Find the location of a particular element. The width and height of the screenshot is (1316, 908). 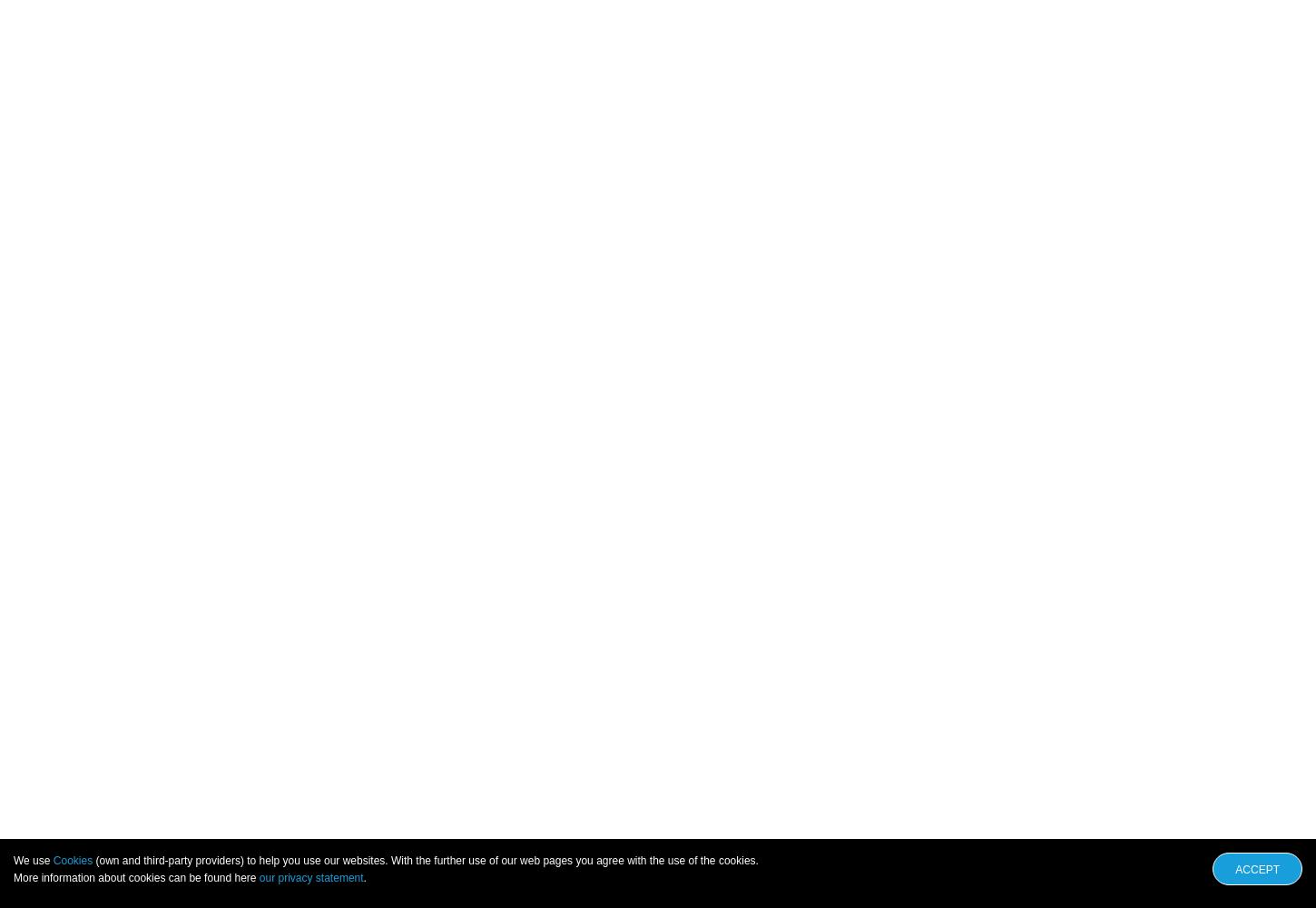

'(own and third-party providers) to help you use our websites. With the further use of our web pages you agree with the use of the cookies.' is located at coordinates (424, 860).